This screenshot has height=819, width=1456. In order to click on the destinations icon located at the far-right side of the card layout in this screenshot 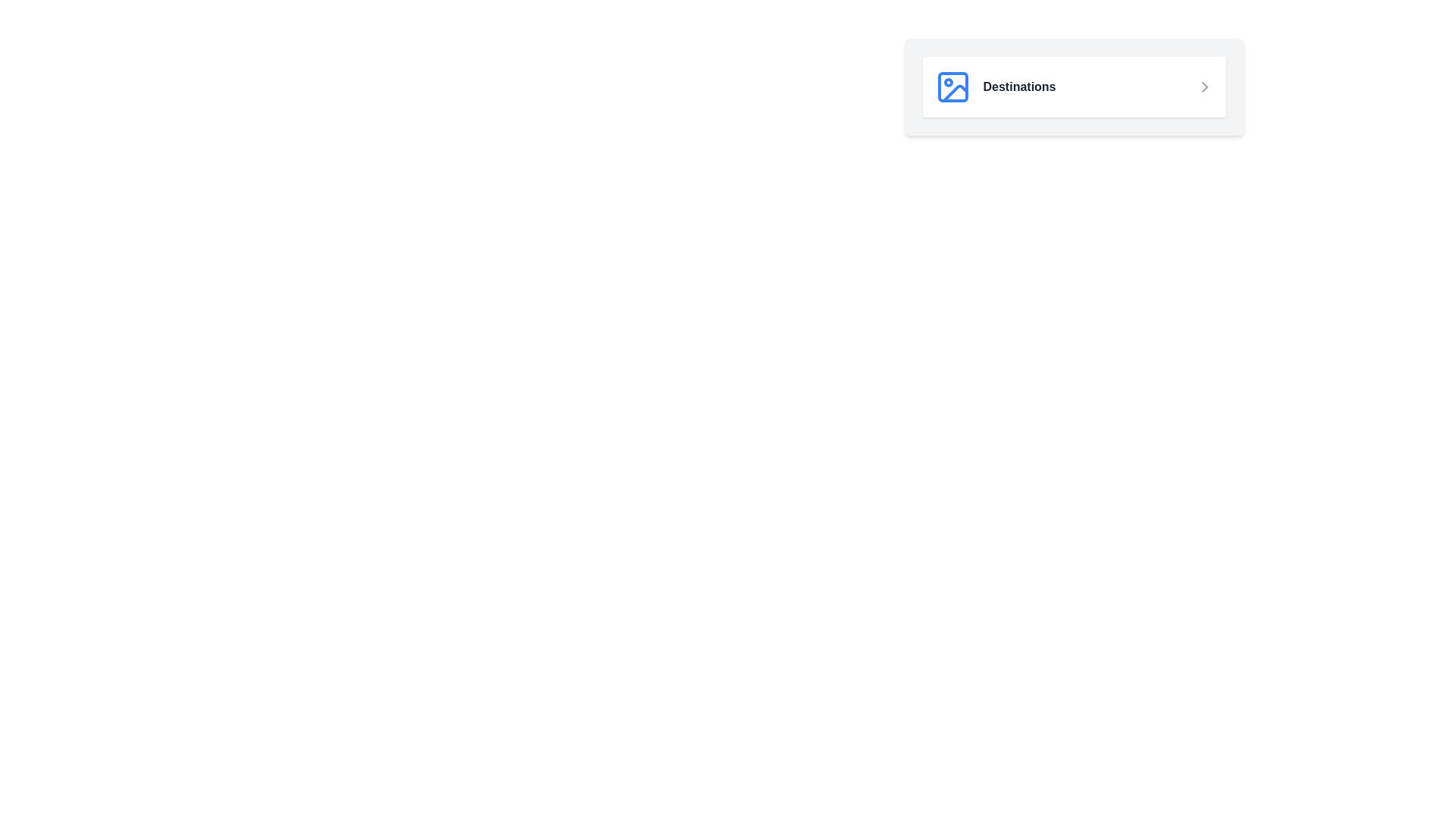, I will do `click(1203, 87)`.